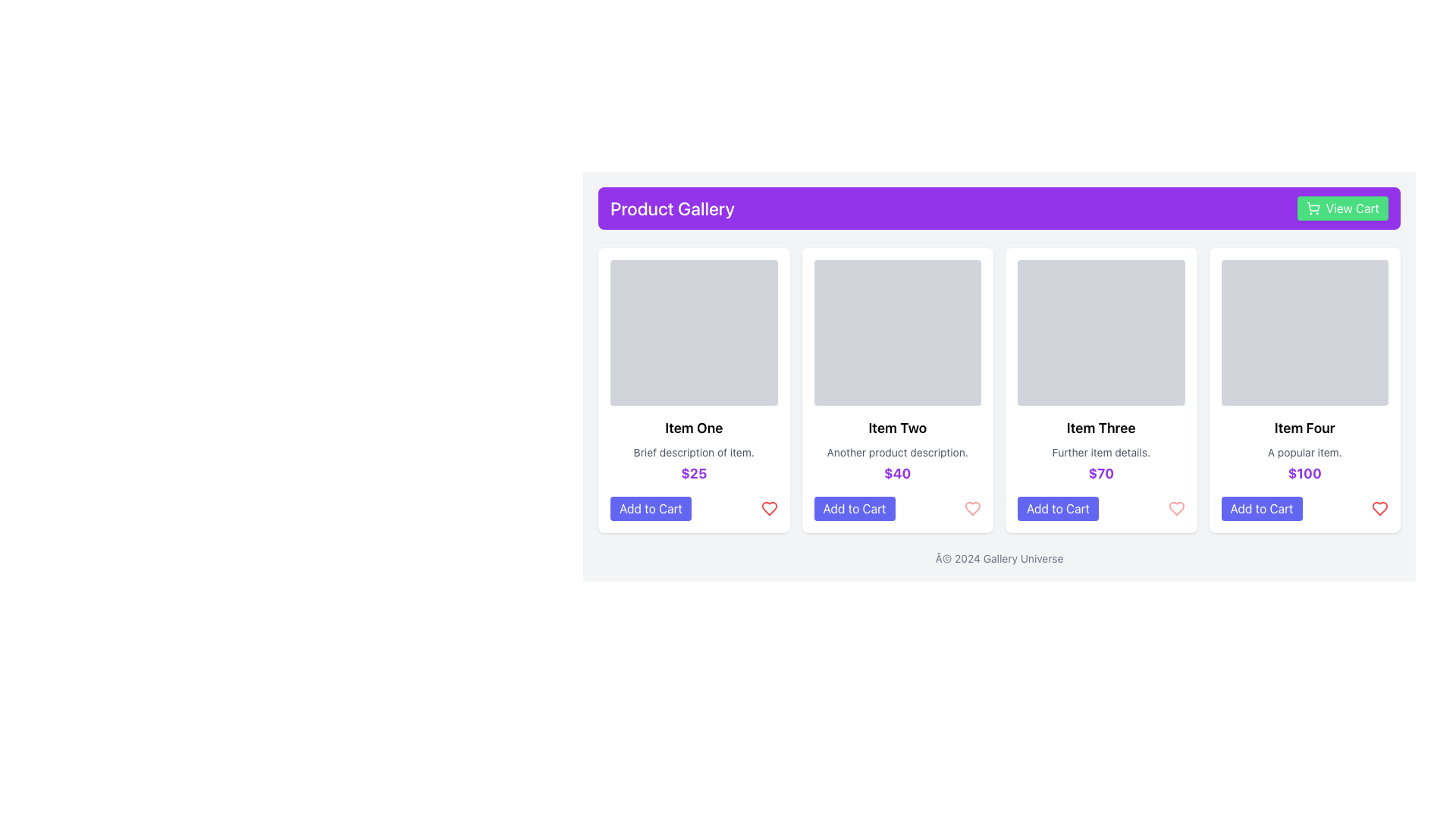  What do you see at coordinates (1262, 509) in the screenshot?
I see `the 'Add to Cart' button with a purple background and white text located at the bottom center of the fourth product card` at bounding box center [1262, 509].